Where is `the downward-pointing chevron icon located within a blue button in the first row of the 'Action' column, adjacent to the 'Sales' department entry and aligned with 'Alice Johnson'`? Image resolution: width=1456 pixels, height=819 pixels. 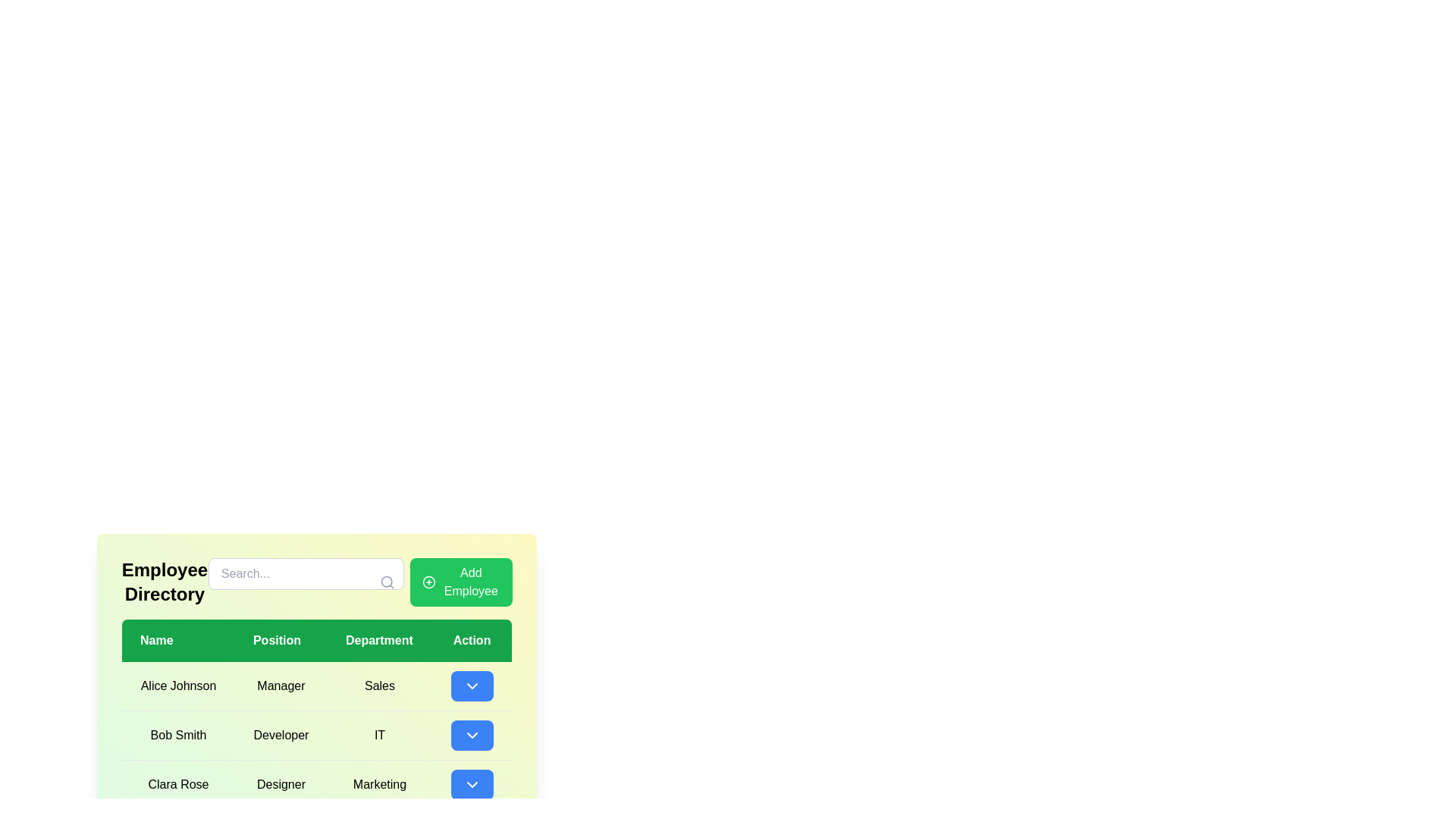
the downward-pointing chevron icon located within a blue button in the first row of the 'Action' column, adjacent to the 'Sales' department entry and aligned with 'Alice Johnson' is located at coordinates (471, 686).